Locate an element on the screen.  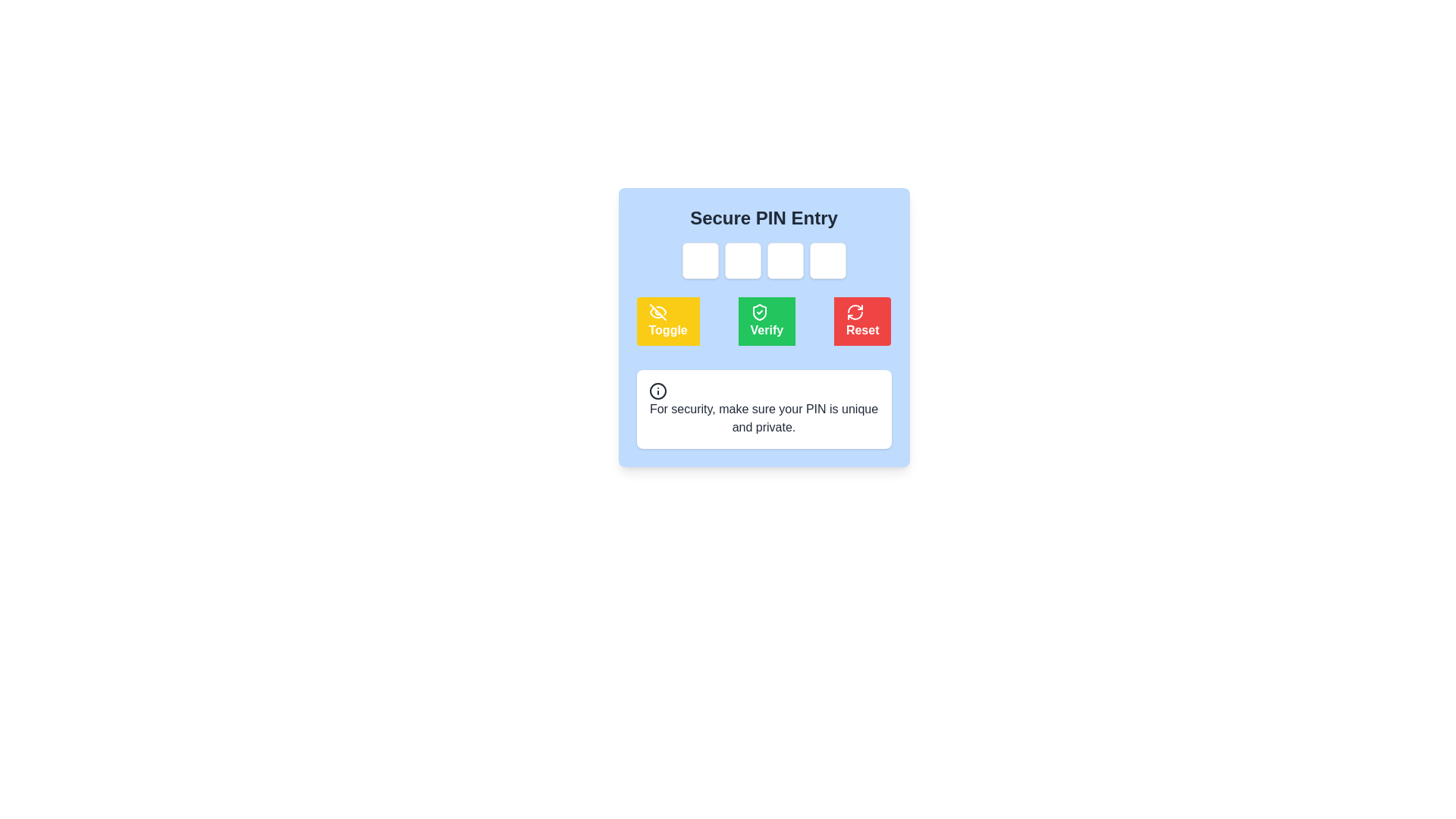
the reset button, which features a unique refresh icon made of two circular arrows is located at coordinates (855, 312).